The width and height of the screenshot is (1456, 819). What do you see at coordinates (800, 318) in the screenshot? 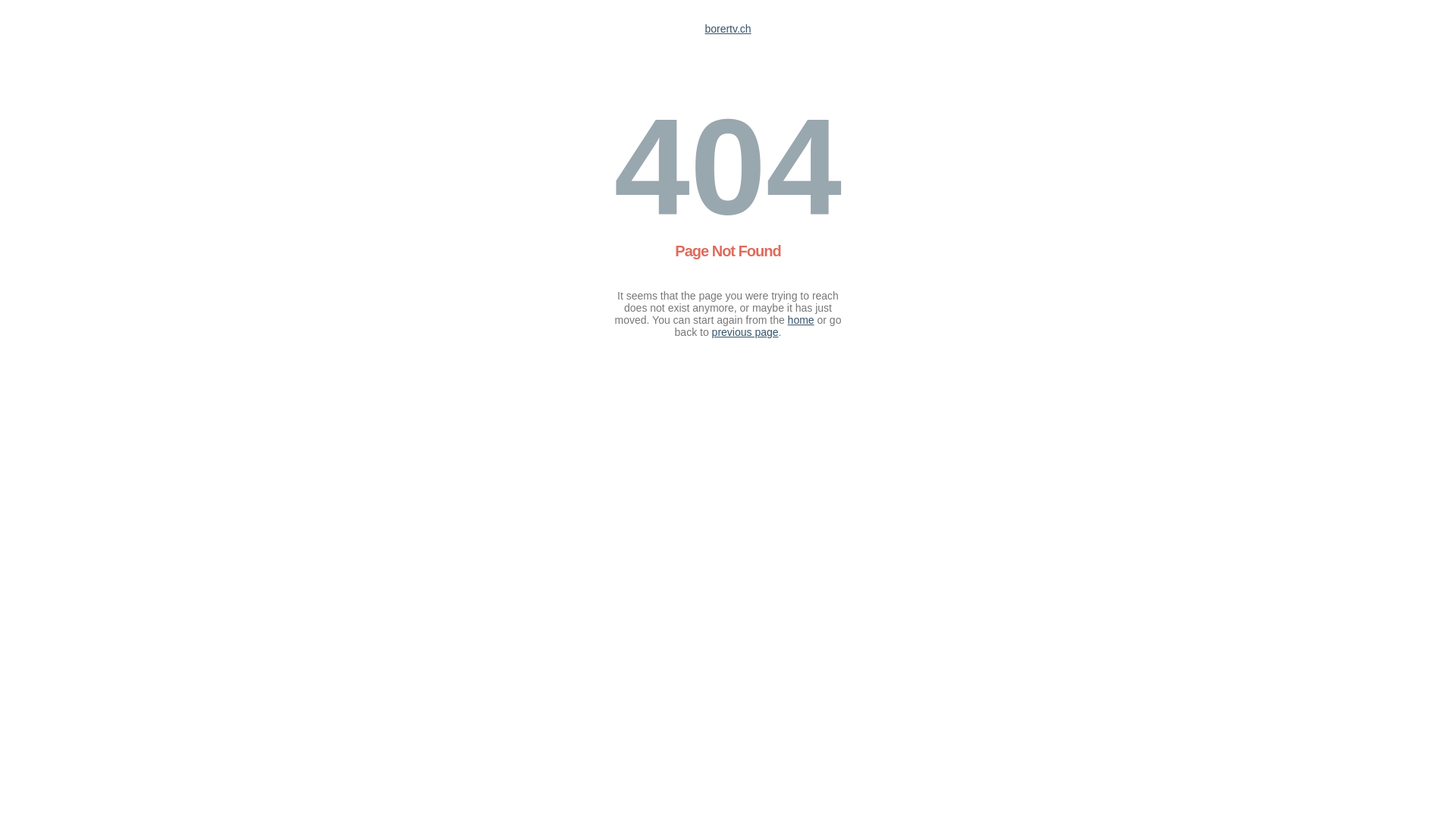
I see `'home'` at bounding box center [800, 318].